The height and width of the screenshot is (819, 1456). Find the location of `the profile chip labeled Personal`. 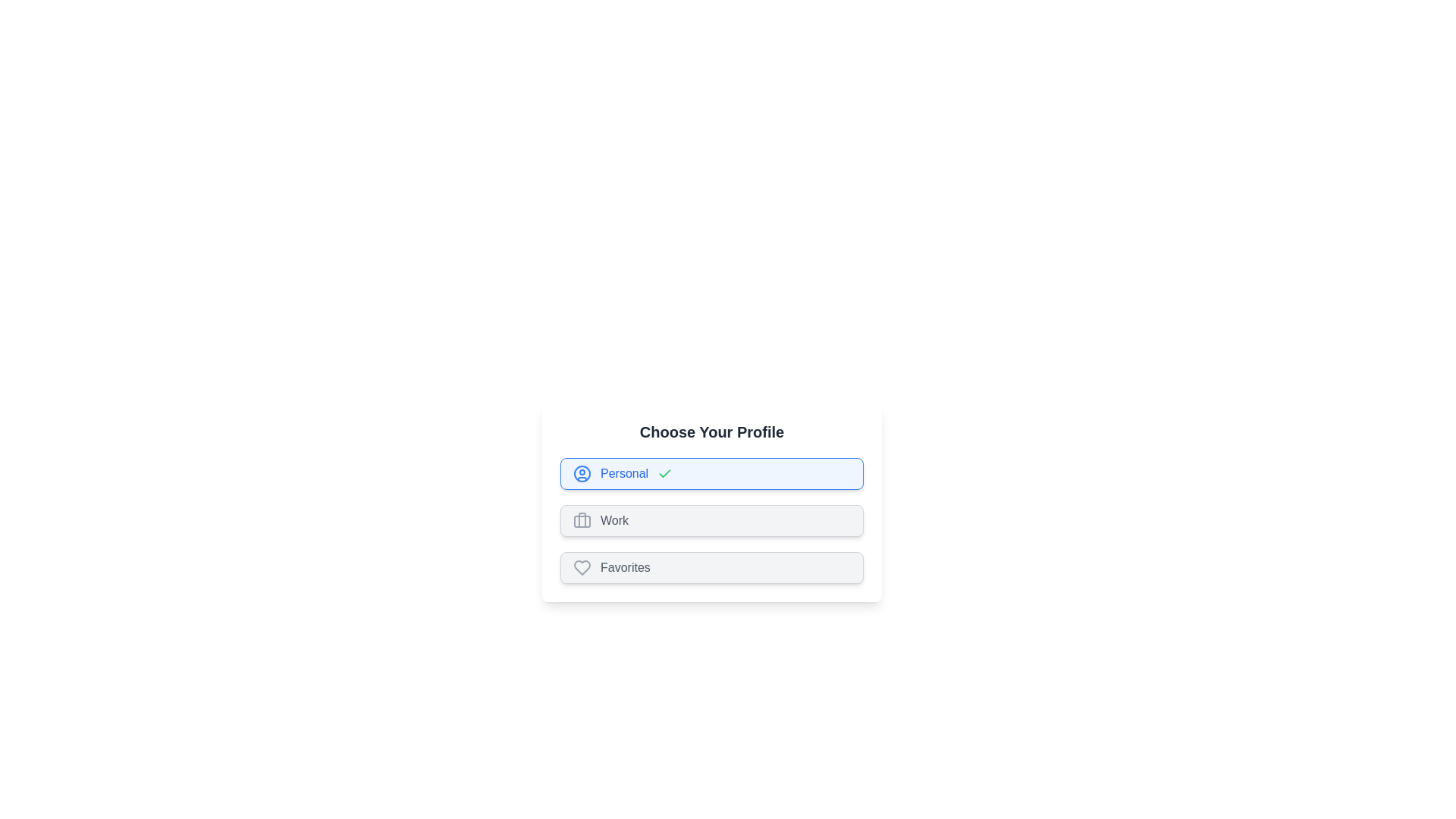

the profile chip labeled Personal is located at coordinates (711, 472).